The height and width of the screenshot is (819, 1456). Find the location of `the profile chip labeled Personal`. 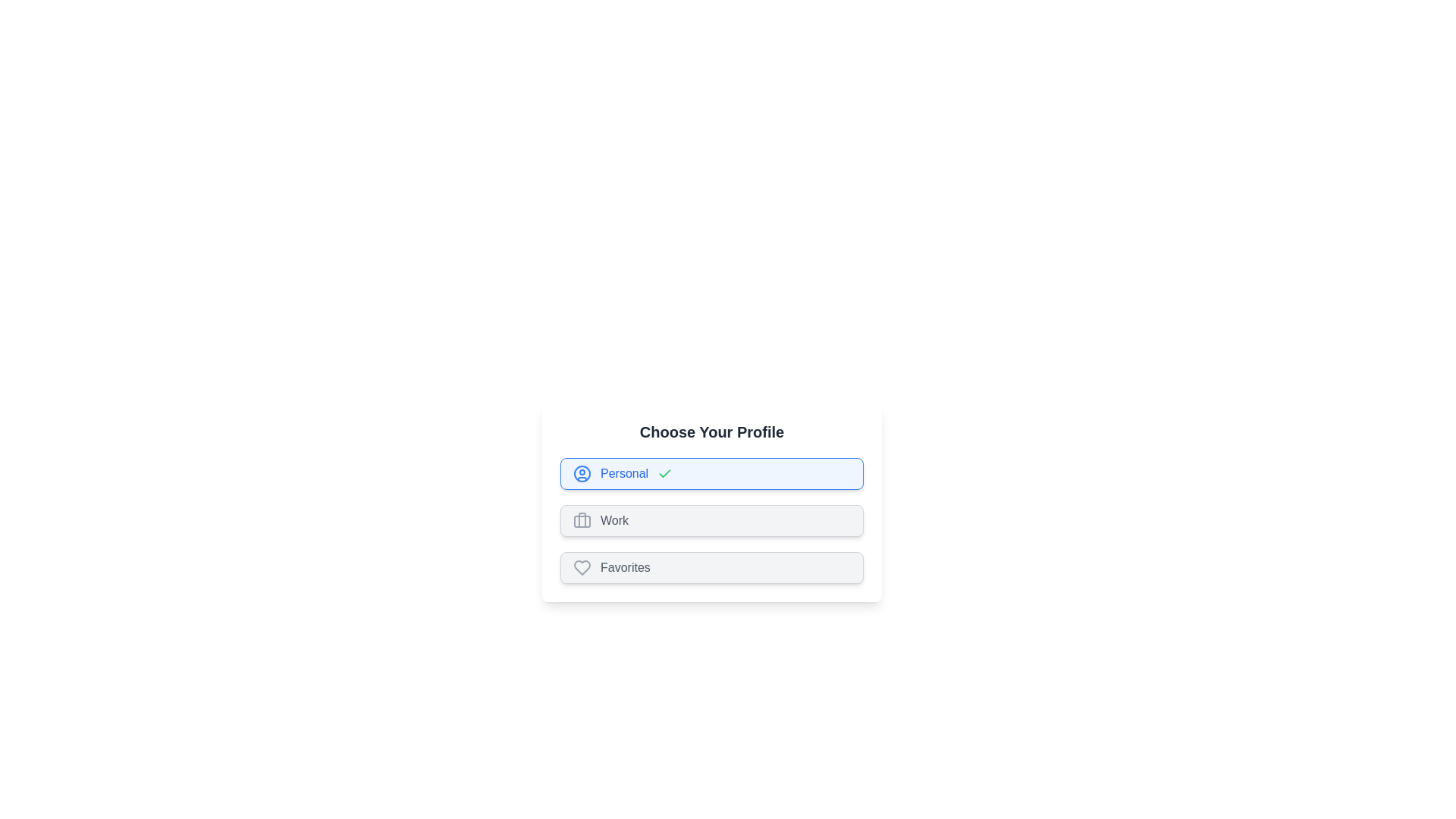

the profile chip labeled Personal is located at coordinates (711, 472).